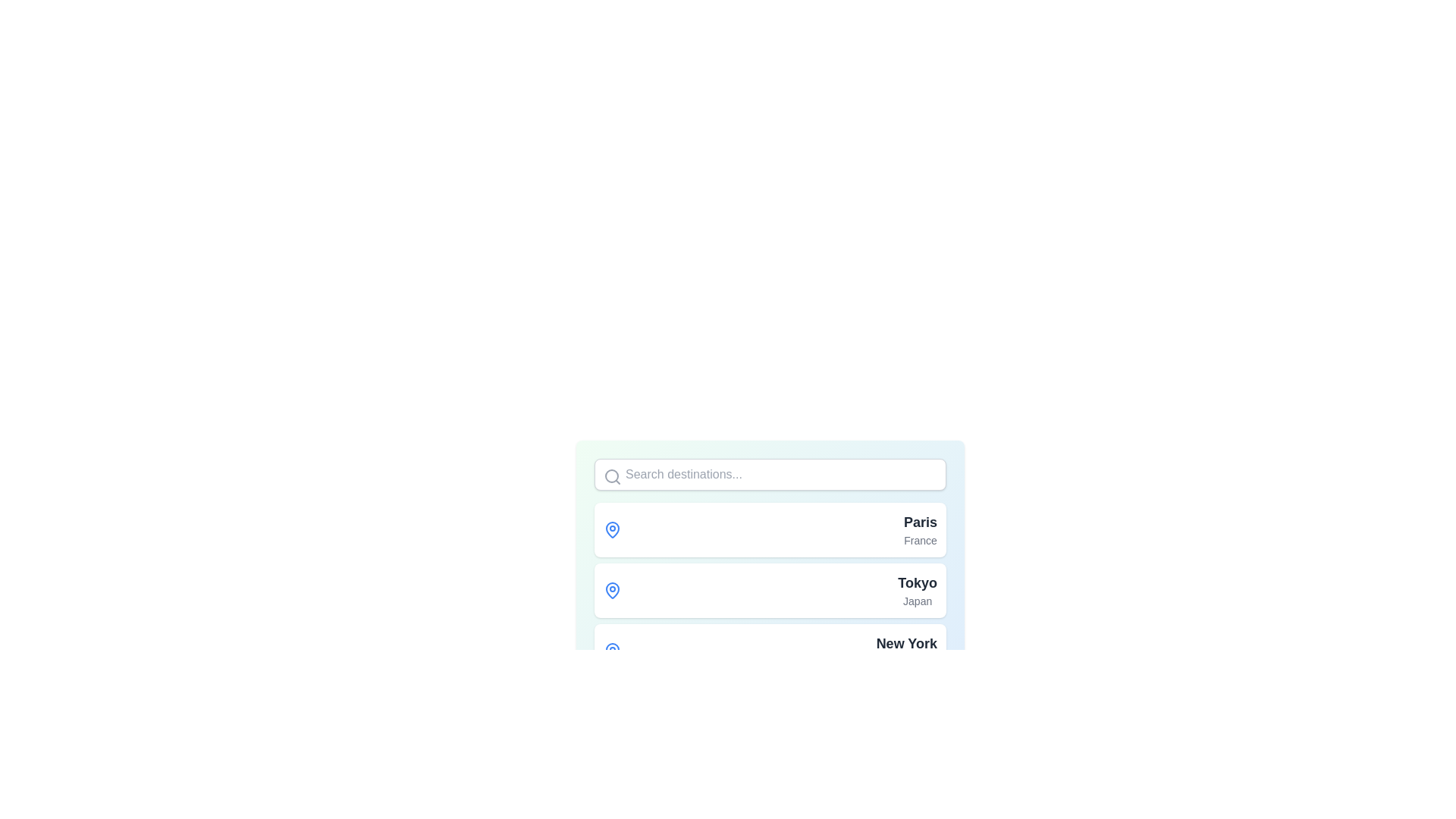 The image size is (1456, 819). I want to click on the selectable option for 'New York' associated with the country 'USA', so click(906, 651).